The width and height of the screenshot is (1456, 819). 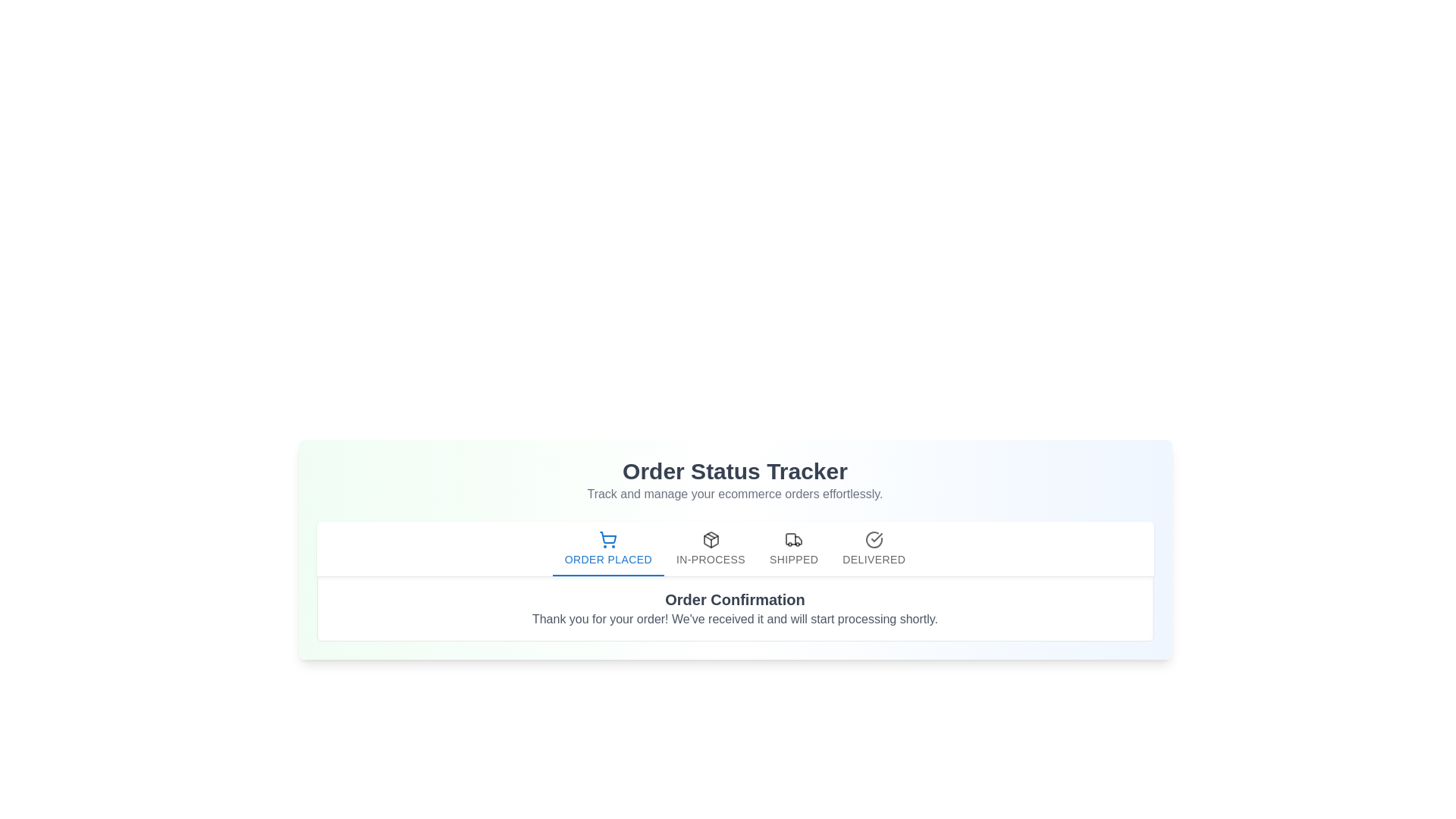 What do you see at coordinates (874, 549) in the screenshot?
I see `the 'Delivered' button tab, which is the last tab in the 'Order Status Tabs' bar, featuring a circular checkmark icon to indicate delivery status` at bounding box center [874, 549].